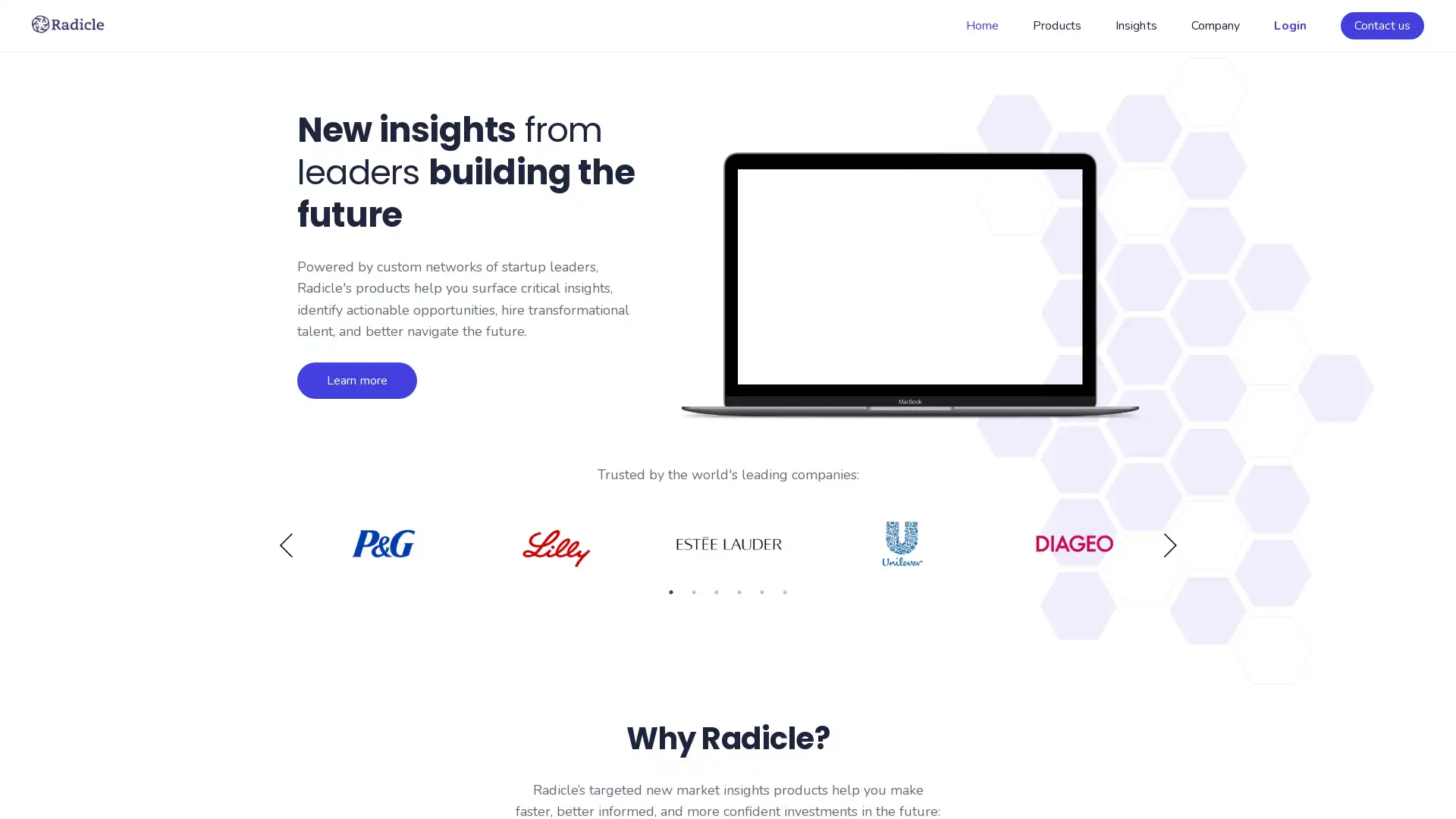  Describe the element at coordinates (693, 595) in the screenshot. I see `2` at that location.